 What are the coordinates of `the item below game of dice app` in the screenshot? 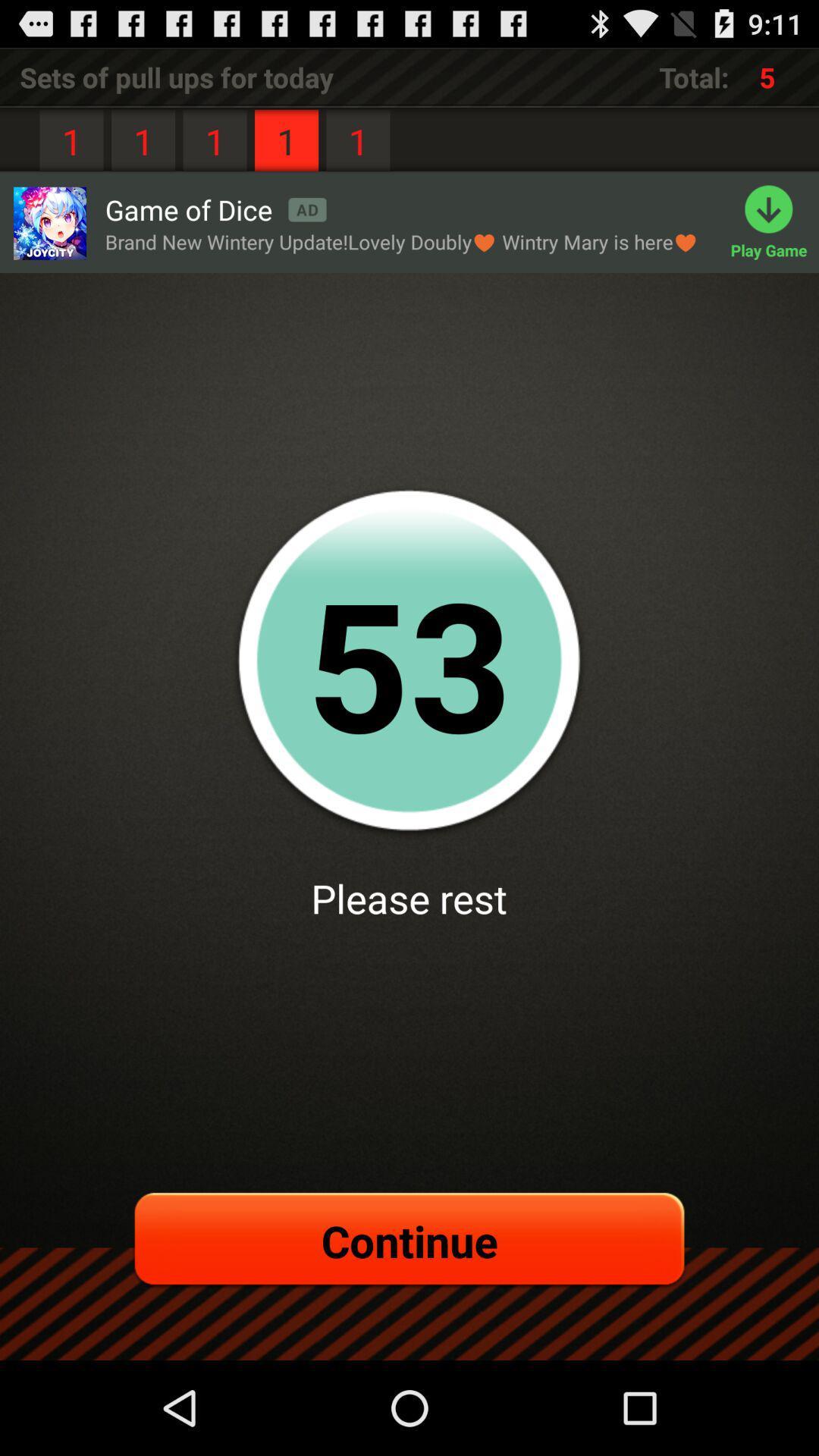 It's located at (400, 241).